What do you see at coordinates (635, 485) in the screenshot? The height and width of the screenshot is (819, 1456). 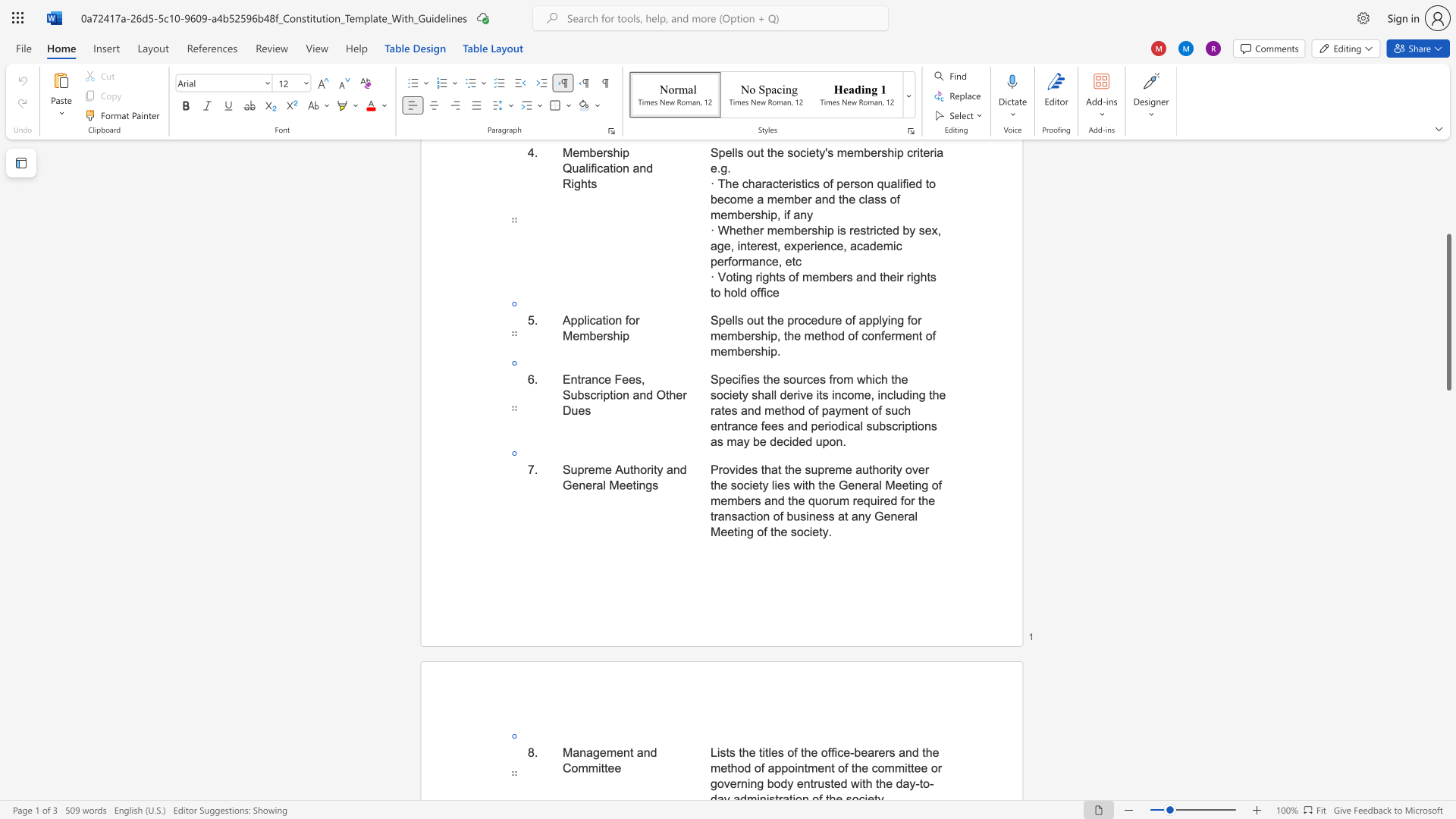 I see `the space between the continuous character "t" and "i" in the text` at bounding box center [635, 485].